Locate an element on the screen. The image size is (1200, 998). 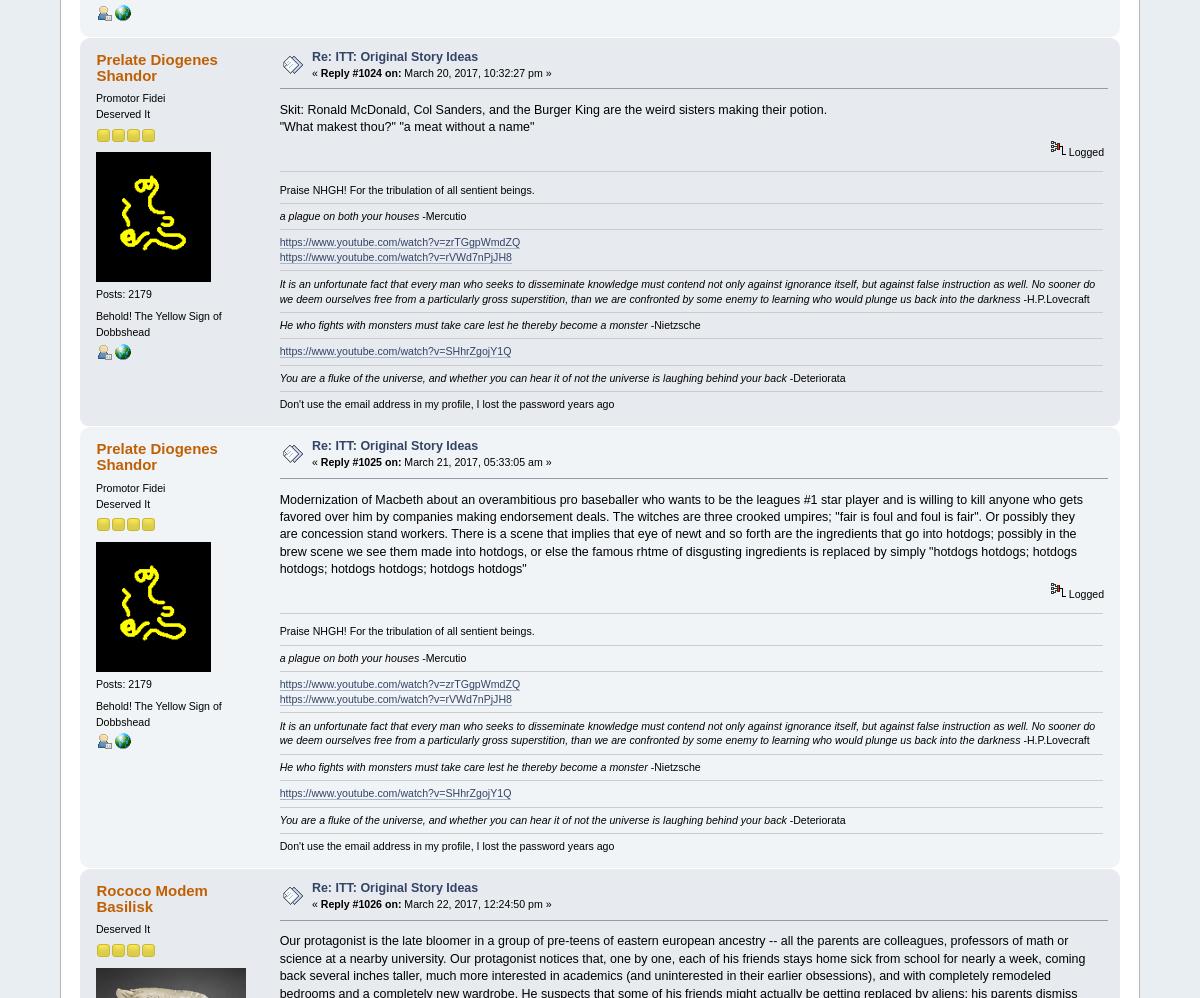
'March 21, 2017, 05:33:05 am »' is located at coordinates (475, 460).